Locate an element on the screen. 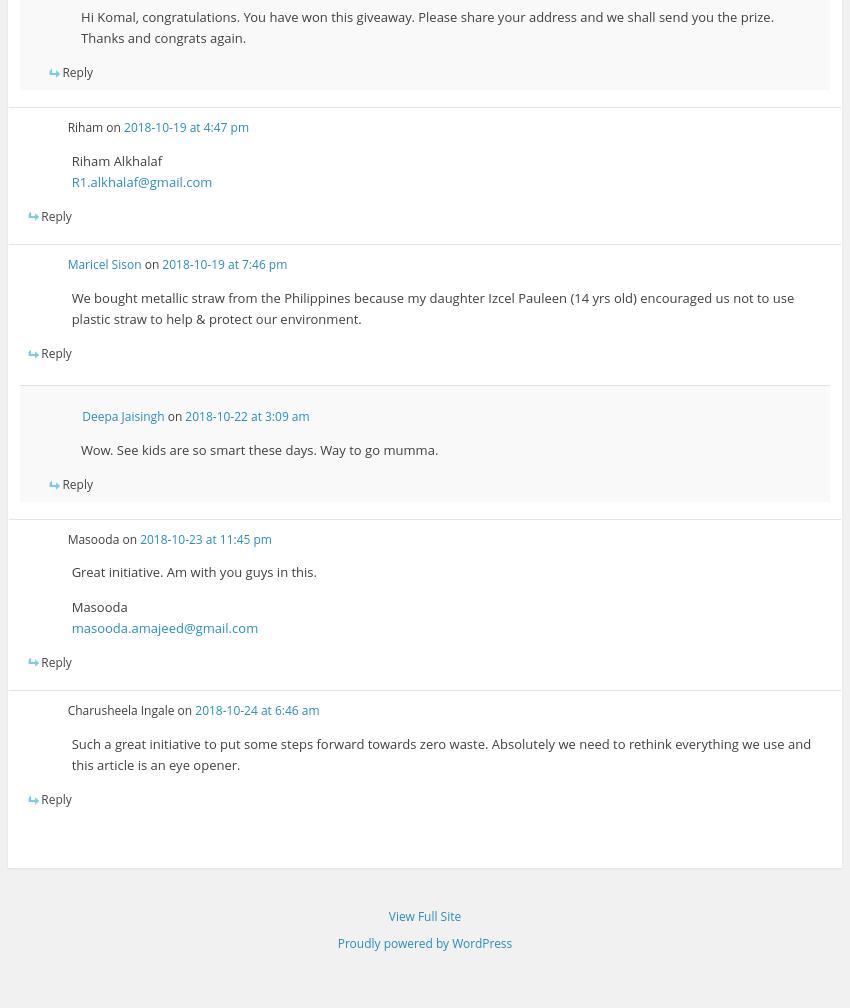 The height and width of the screenshot is (1008, 850). 'Hi Komal, congratulations. You have won this giveaway. Please share your address and we shall send you the prize. Thanks and congrats again.' is located at coordinates (426, 27).